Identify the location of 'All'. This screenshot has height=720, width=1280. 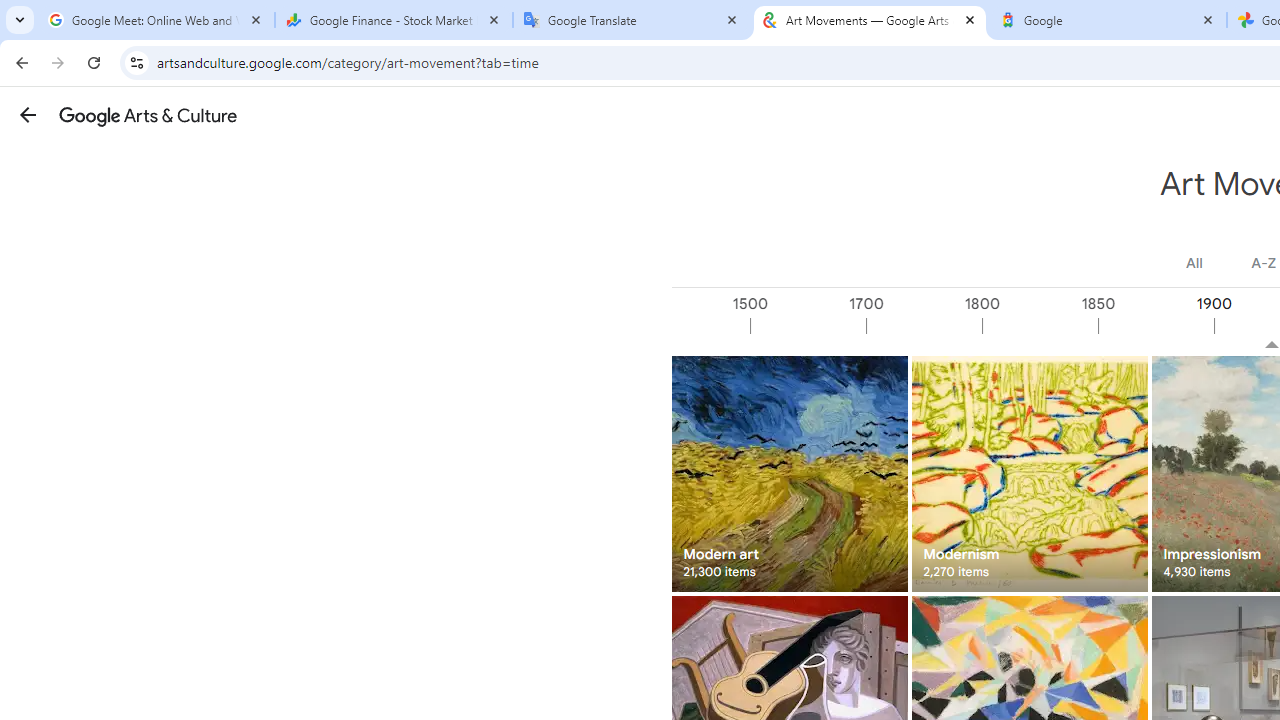
(1194, 262).